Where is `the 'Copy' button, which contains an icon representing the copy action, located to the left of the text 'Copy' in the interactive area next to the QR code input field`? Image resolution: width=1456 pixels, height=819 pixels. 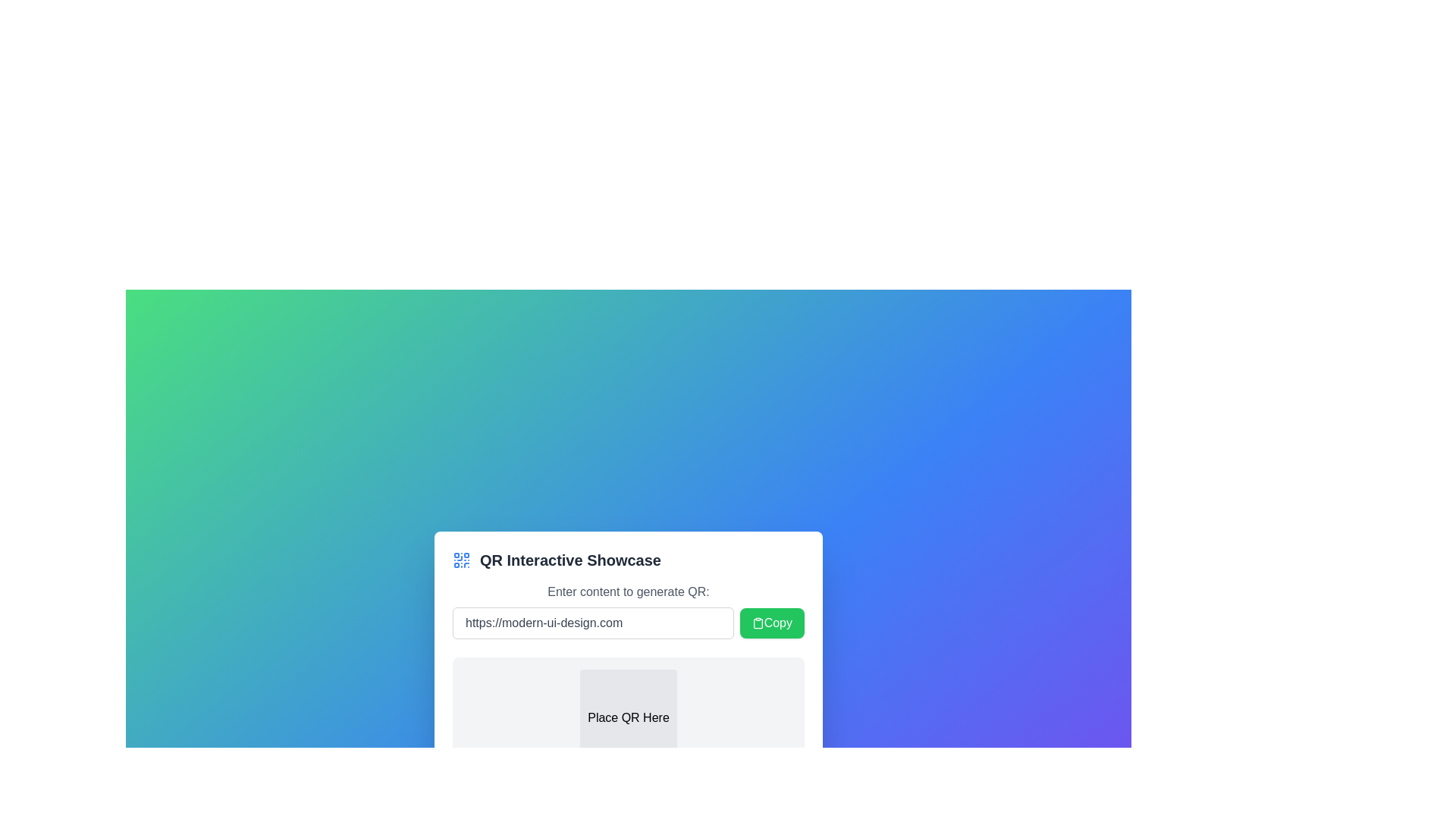 the 'Copy' button, which contains an icon representing the copy action, located to the left of the text 'Copy' in the interactive area next to the QR code input field is located at coordinates (758, 623).